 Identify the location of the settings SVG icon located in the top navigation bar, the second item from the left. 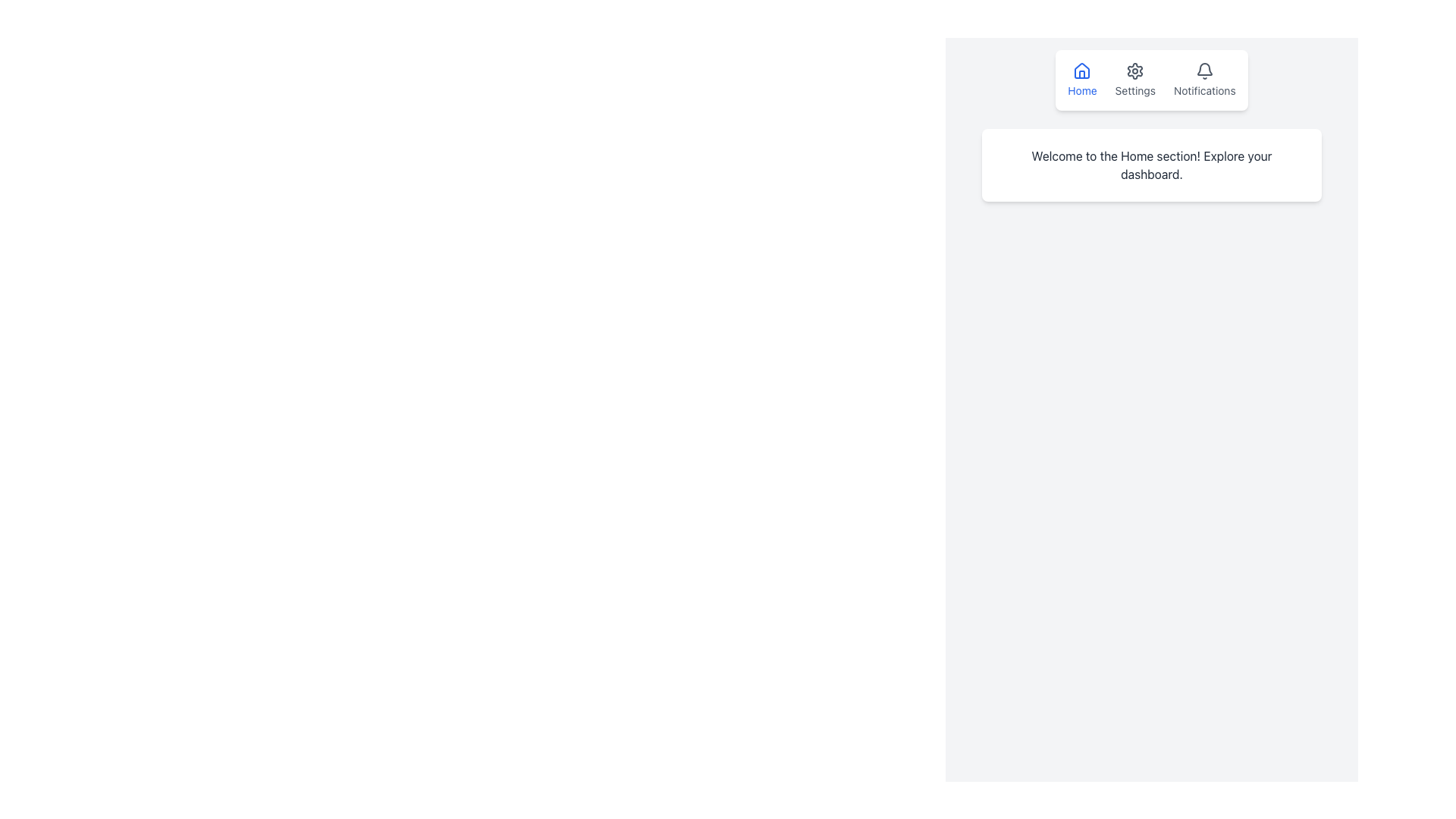
(1135, 71).